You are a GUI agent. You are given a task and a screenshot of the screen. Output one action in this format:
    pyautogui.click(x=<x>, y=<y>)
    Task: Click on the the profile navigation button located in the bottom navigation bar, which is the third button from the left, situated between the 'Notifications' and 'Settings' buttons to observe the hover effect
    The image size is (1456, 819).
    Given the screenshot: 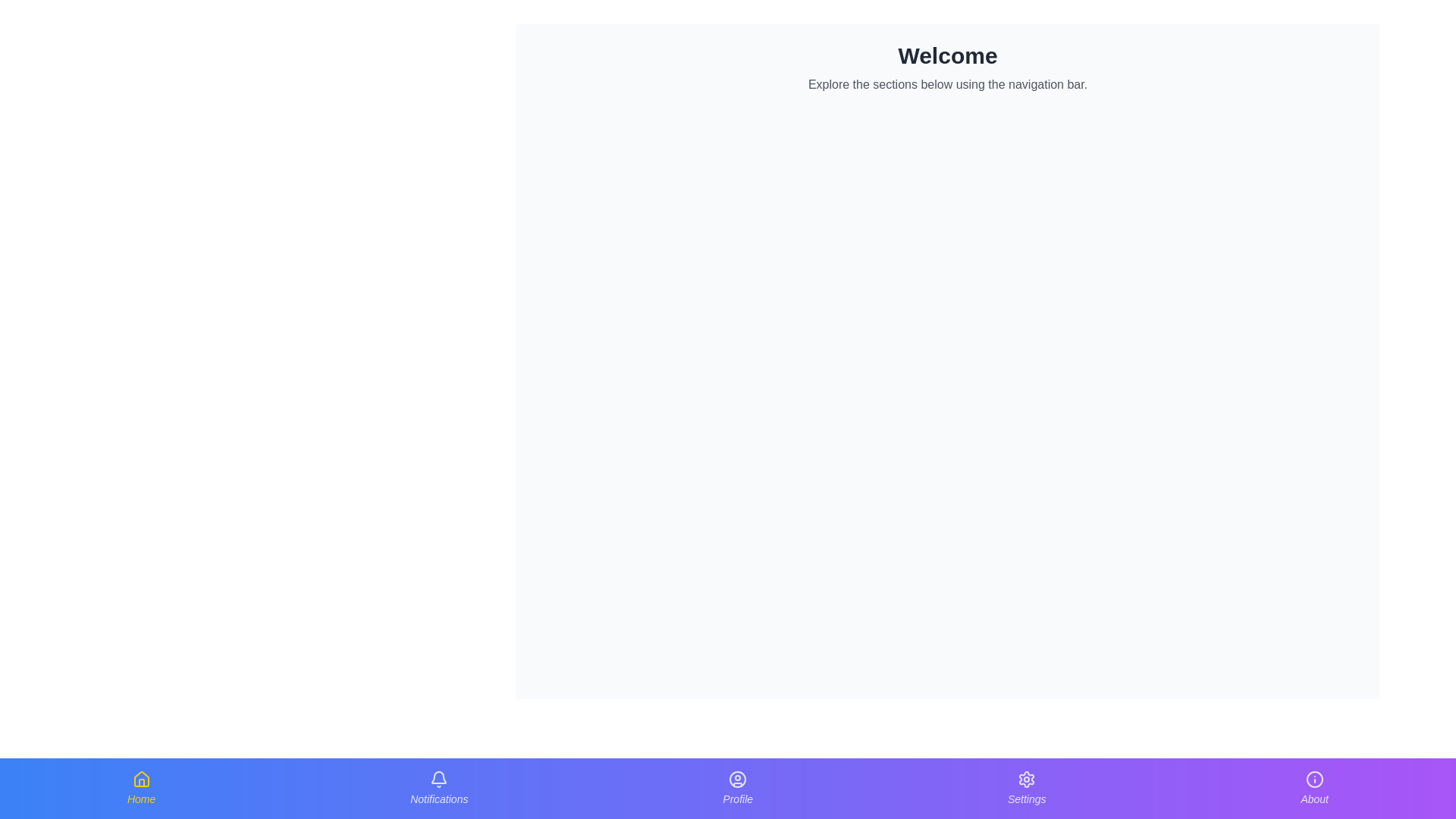 What is the action you would take?
    pyautogui.click(x=738, y=788)
    